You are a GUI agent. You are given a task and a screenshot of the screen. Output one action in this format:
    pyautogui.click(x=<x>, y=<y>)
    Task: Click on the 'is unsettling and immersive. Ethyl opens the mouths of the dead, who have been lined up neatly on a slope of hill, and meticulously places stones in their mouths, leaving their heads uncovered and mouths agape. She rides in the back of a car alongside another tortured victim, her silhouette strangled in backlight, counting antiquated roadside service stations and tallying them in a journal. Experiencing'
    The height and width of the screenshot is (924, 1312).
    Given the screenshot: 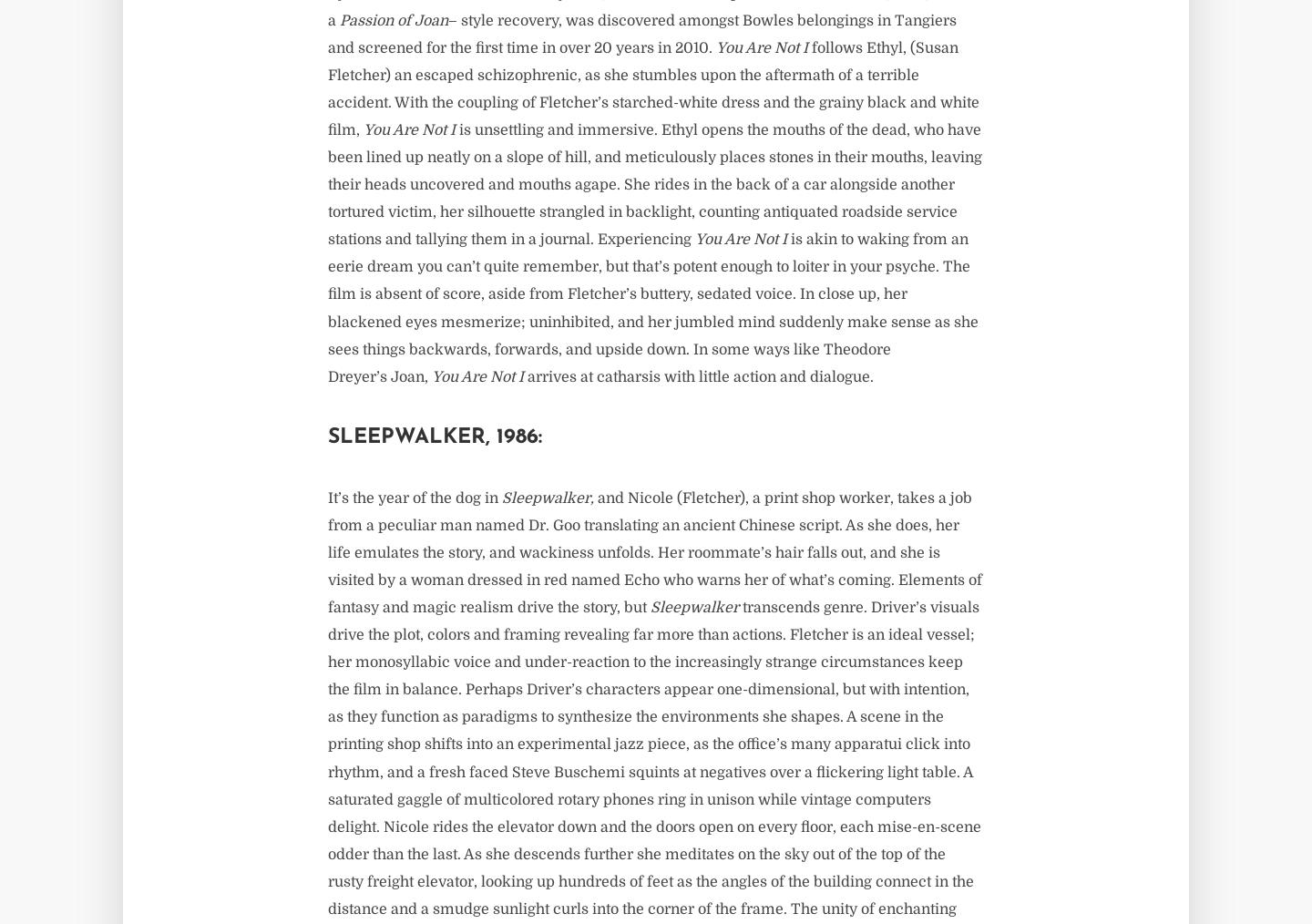 What is the action you would take?
    pyautogui.click(x=654, y=183)
    